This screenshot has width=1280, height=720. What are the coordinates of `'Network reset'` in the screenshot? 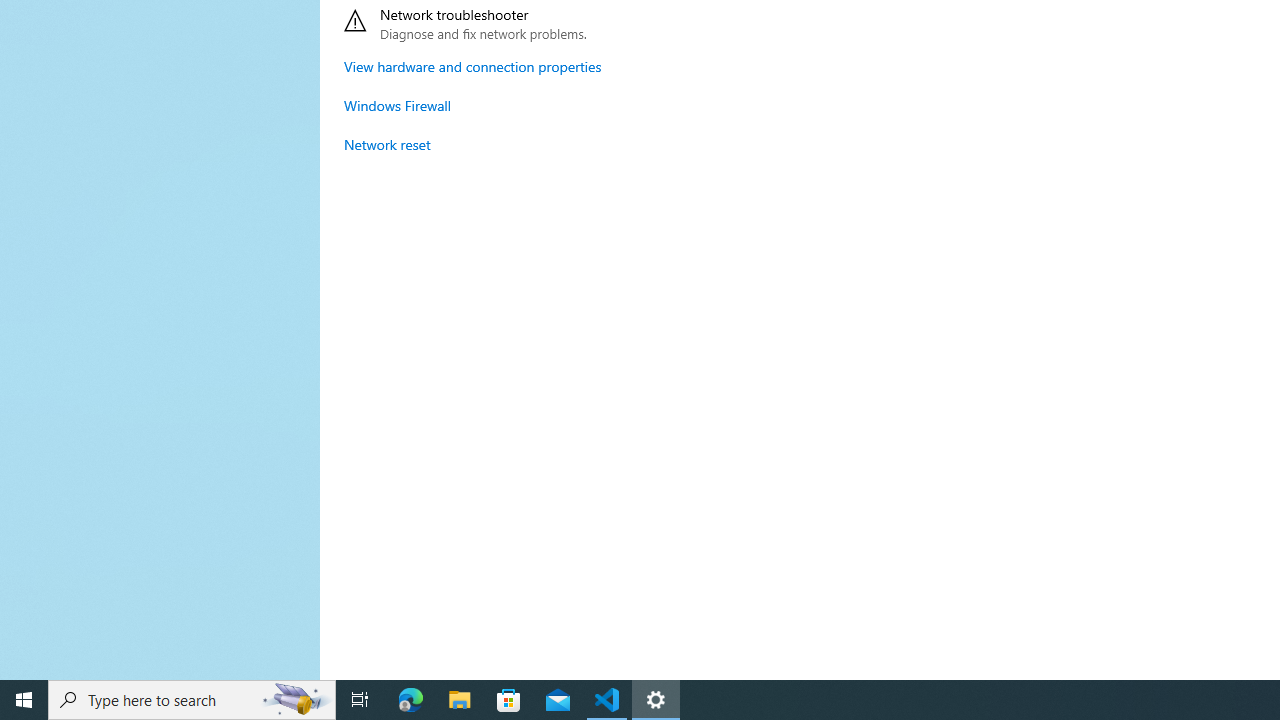 It's located at (387, 143).